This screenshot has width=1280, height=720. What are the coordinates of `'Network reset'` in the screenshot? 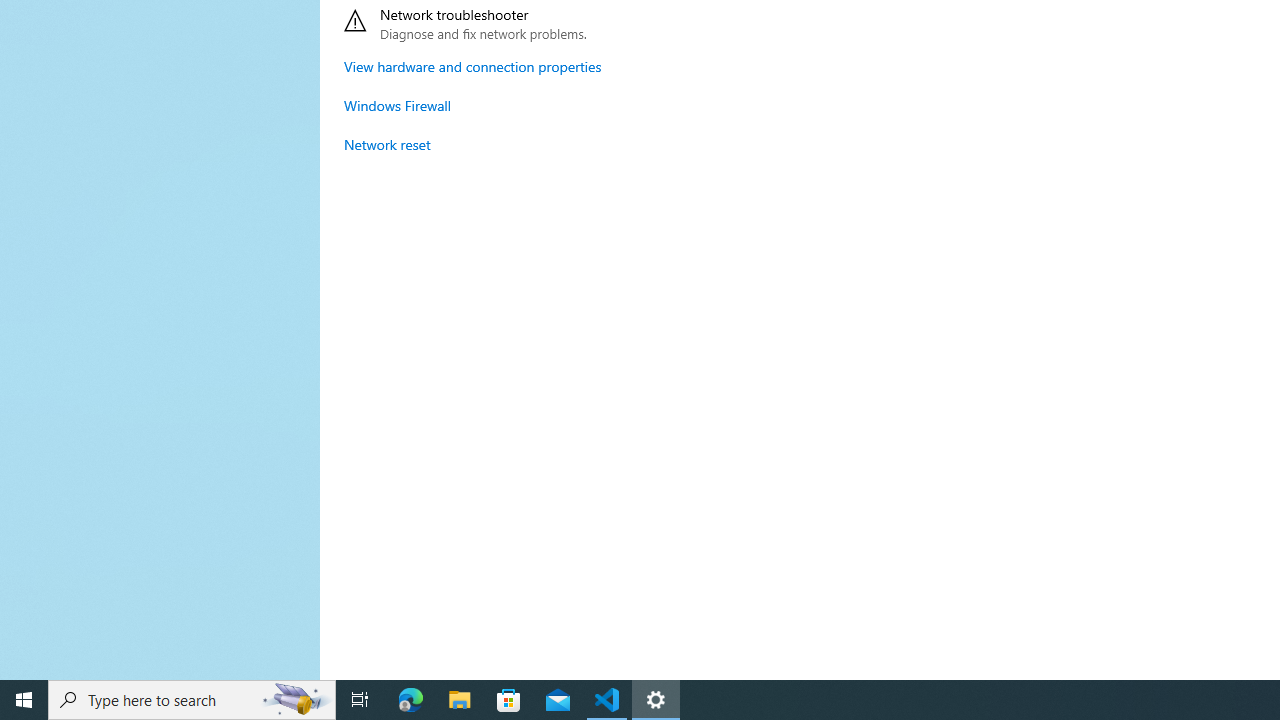 It's located at (387, 143).